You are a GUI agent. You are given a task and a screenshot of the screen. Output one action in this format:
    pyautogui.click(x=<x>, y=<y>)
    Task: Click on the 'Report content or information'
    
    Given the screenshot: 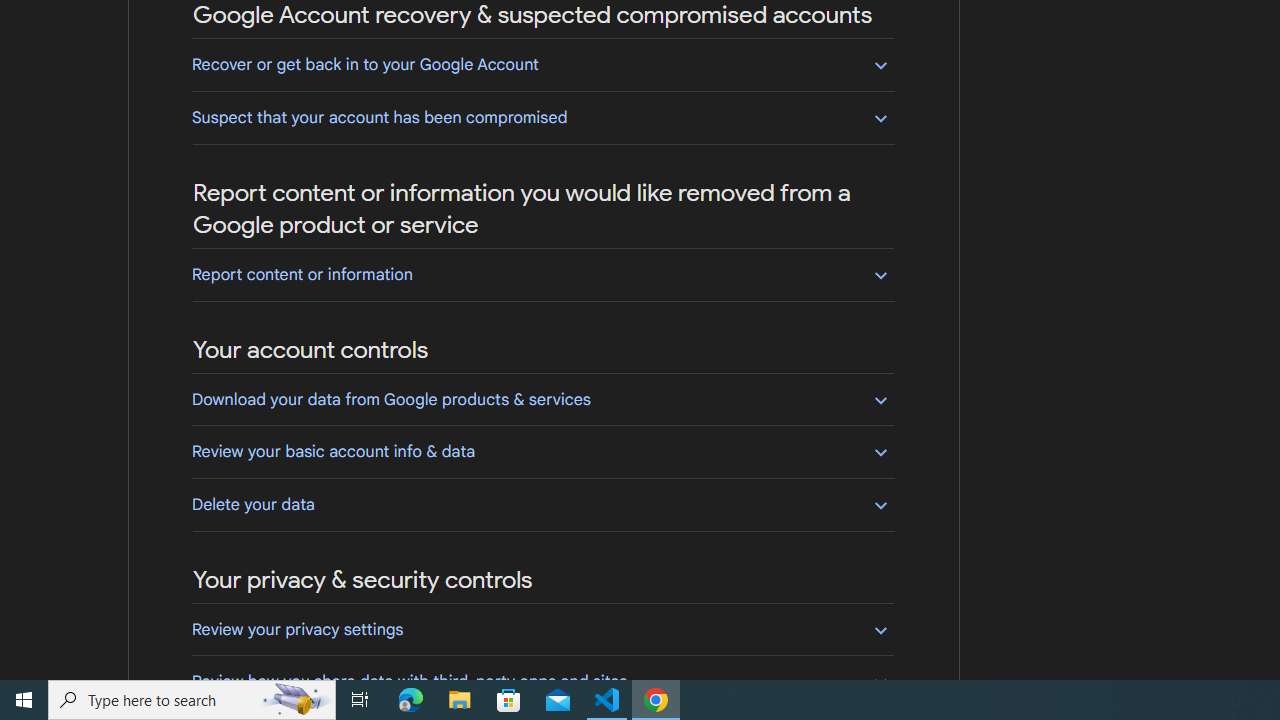 What is the action you would take?
    pyautogui.click(x=542, y=274)
    